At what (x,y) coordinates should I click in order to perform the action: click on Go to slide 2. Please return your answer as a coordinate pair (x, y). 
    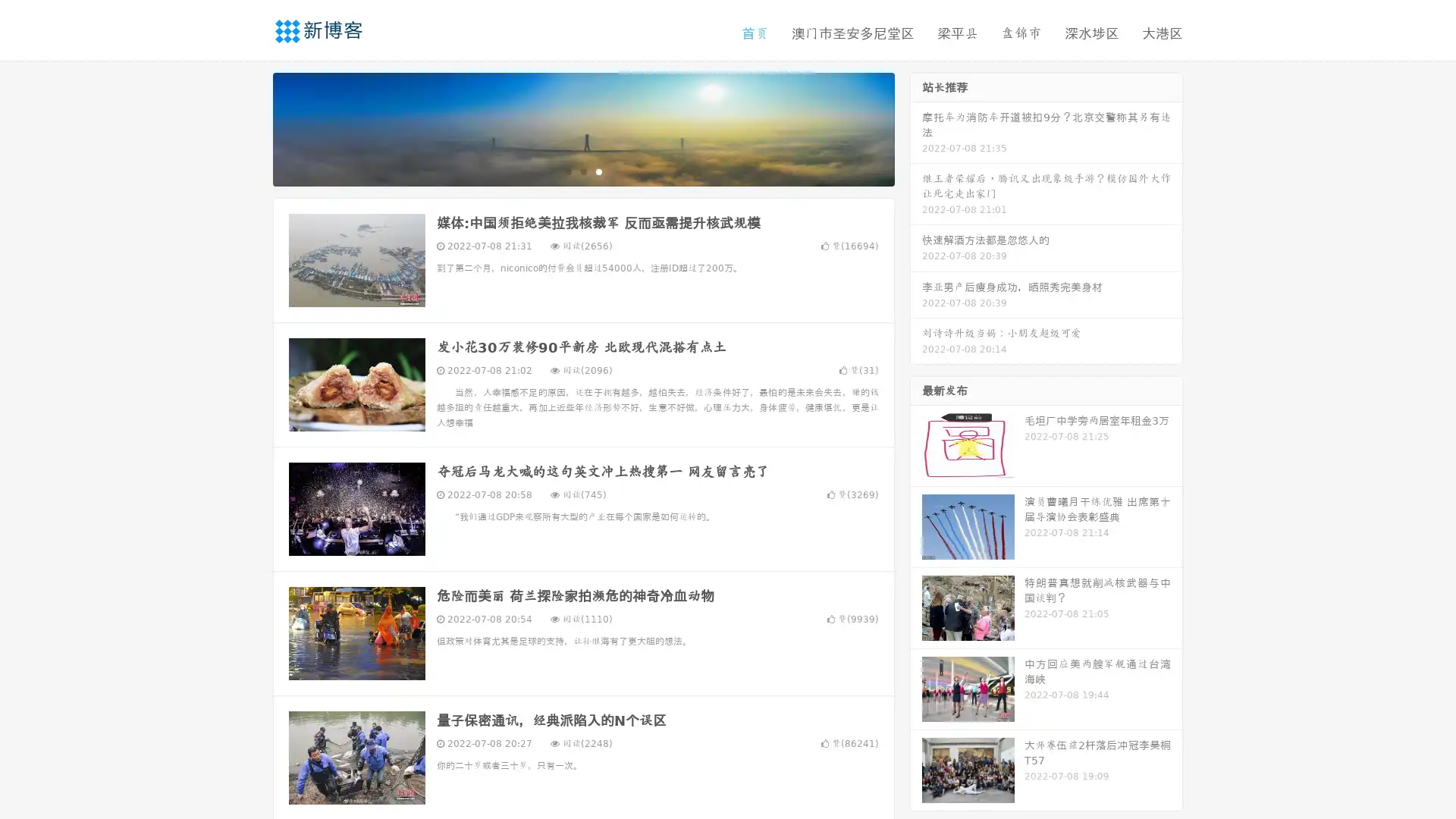
    Looking at the image, I should click on (582, 171).